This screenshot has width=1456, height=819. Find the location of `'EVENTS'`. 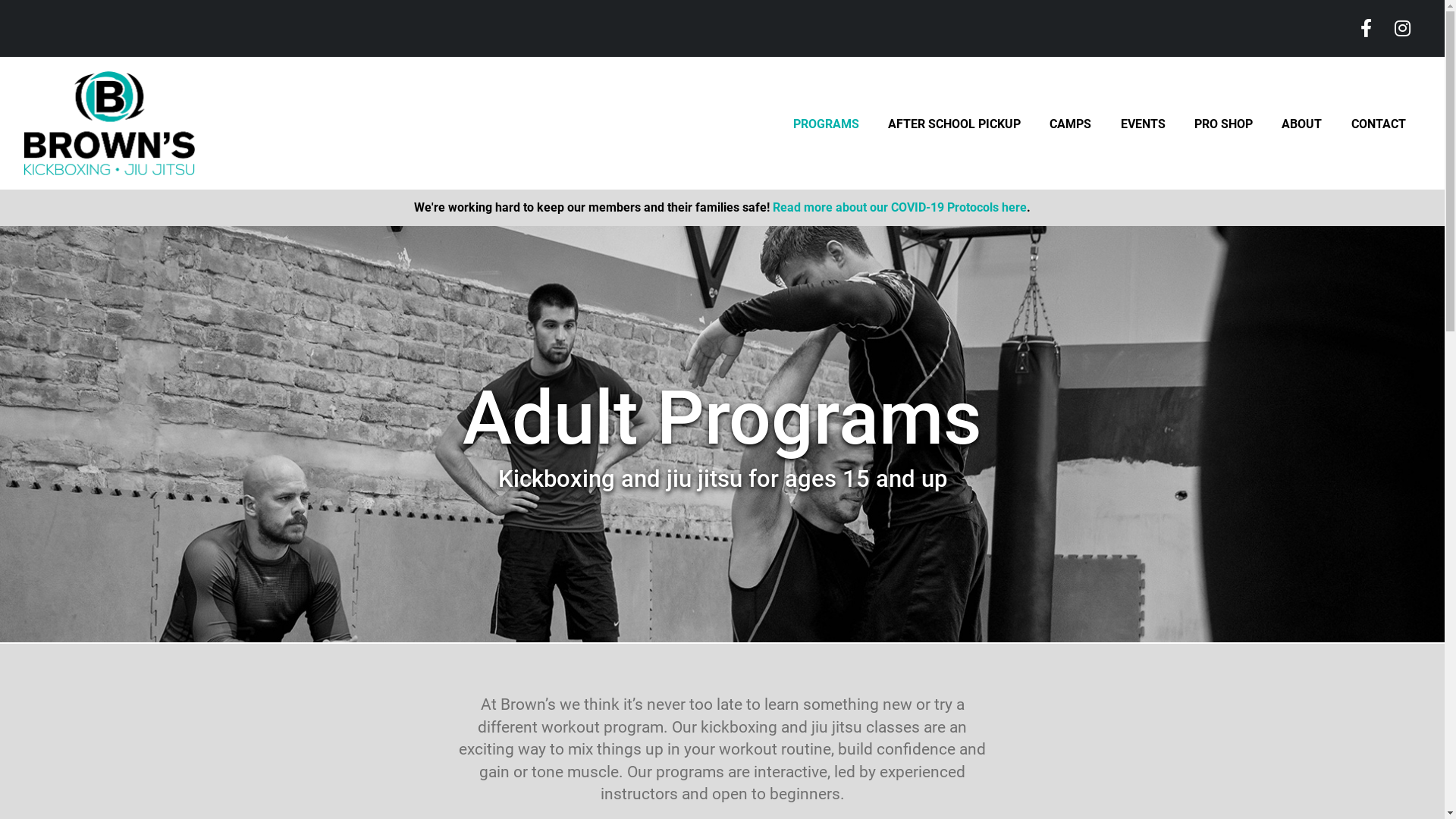

'EVENTS' is located at coordinates (1143, 130).